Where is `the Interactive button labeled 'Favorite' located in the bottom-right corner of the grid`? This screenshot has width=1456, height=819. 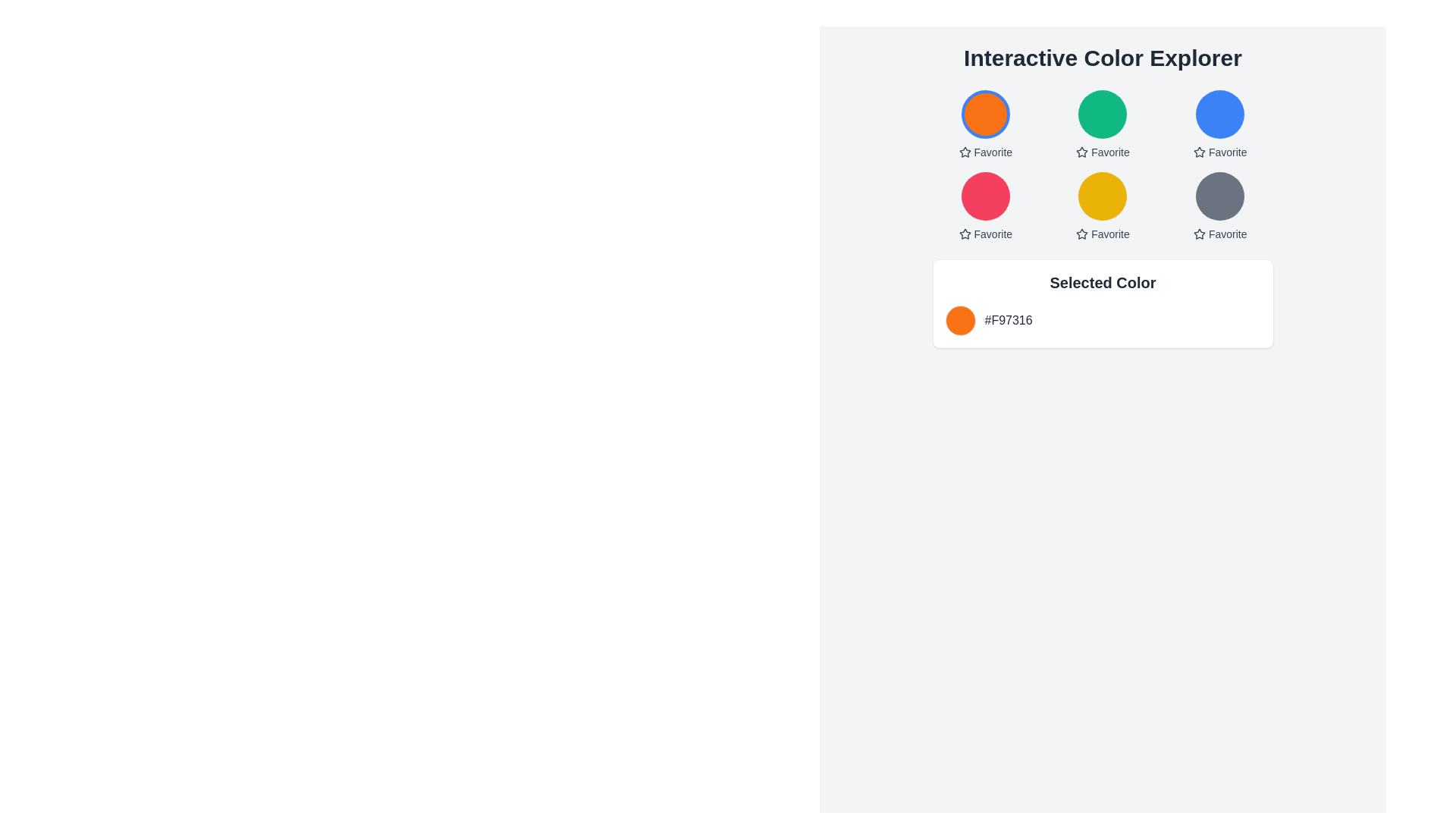
the Interactive button labeled 'Favorite' located in the bottom-right corner of the grid is located at coordinates (1220, 207).